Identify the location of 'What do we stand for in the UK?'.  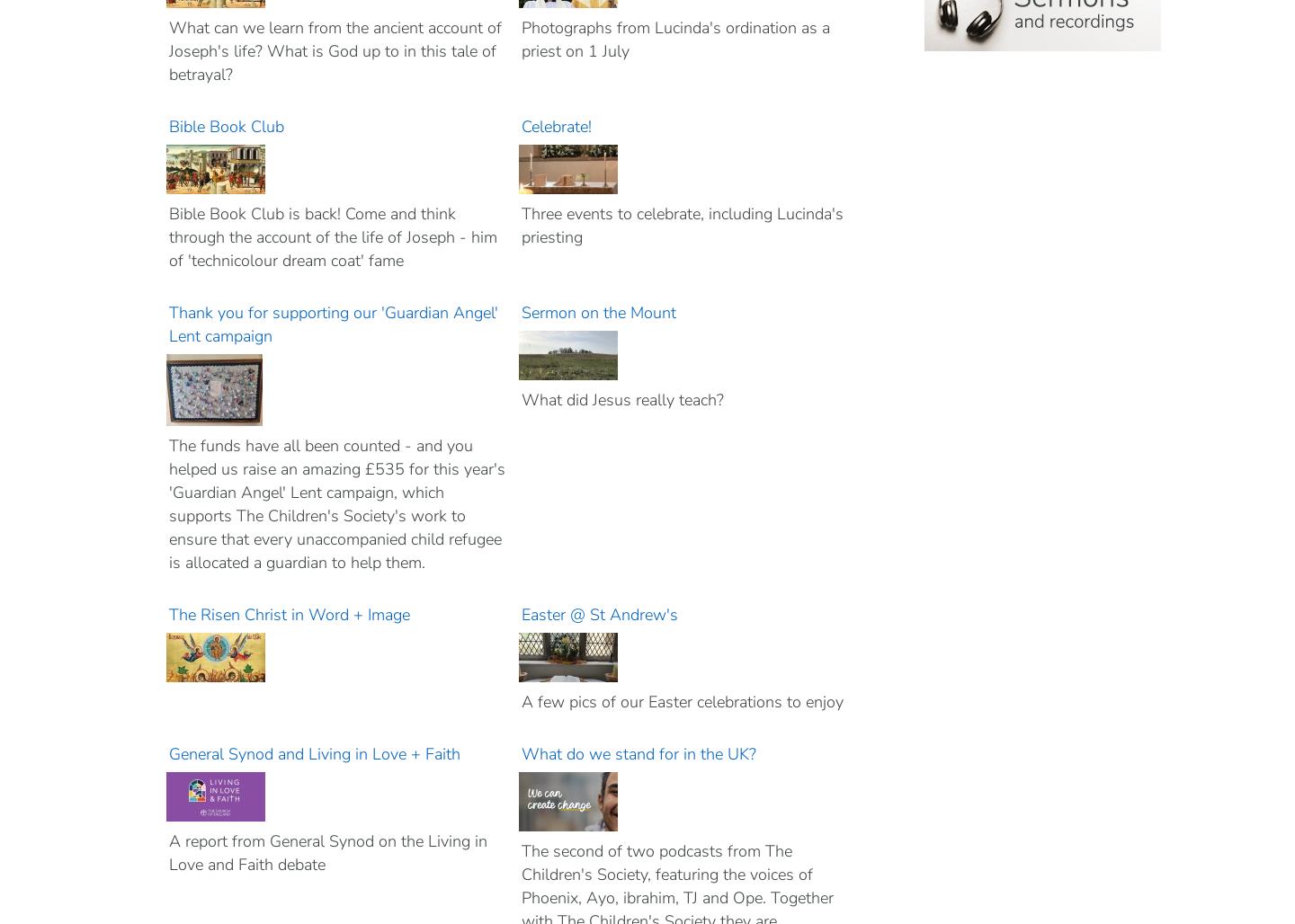
(639, 752).